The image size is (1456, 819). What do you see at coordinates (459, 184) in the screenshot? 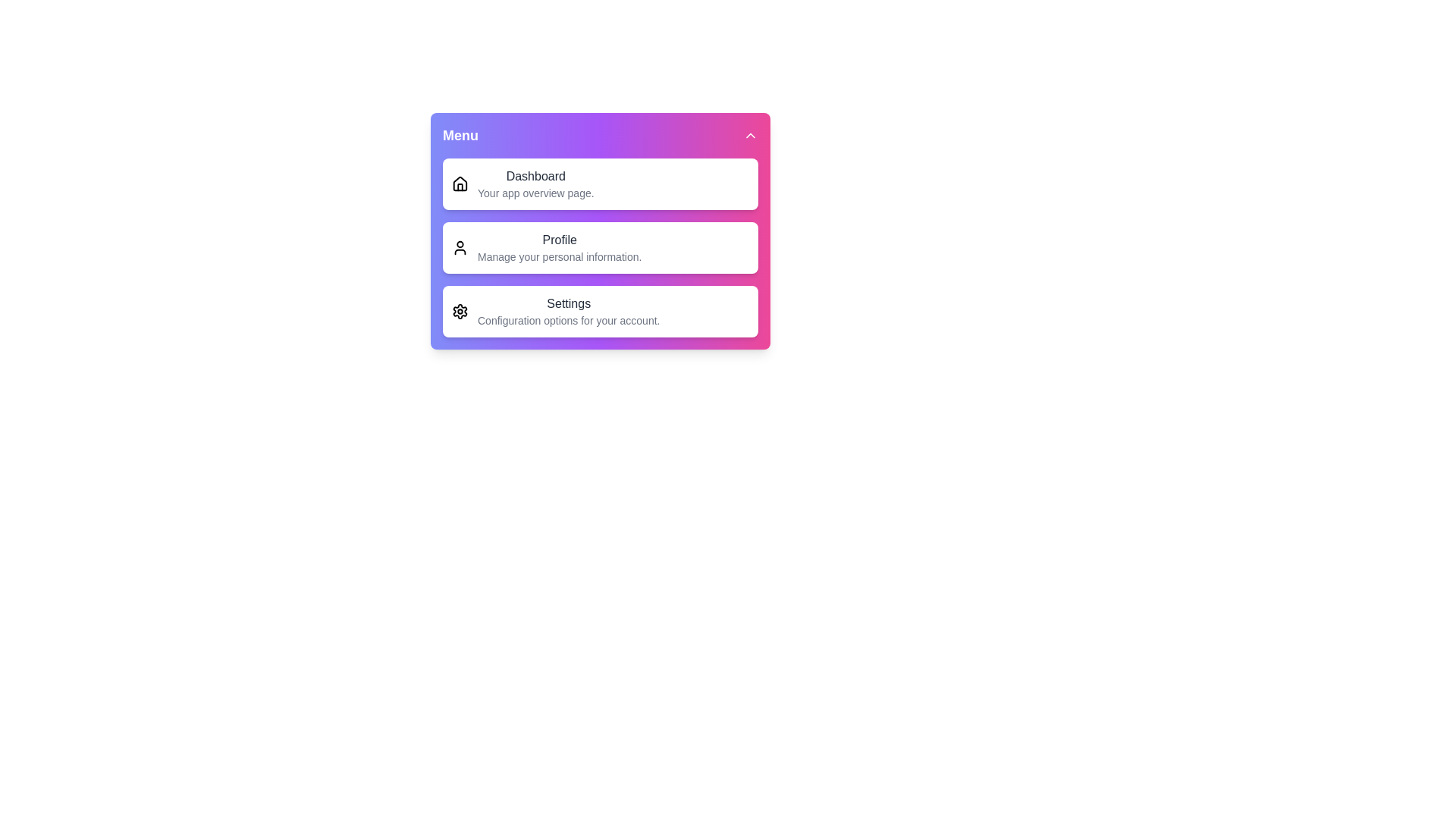
I see `the icon of the Dashboard menu item` at bounding box center [459, 184].